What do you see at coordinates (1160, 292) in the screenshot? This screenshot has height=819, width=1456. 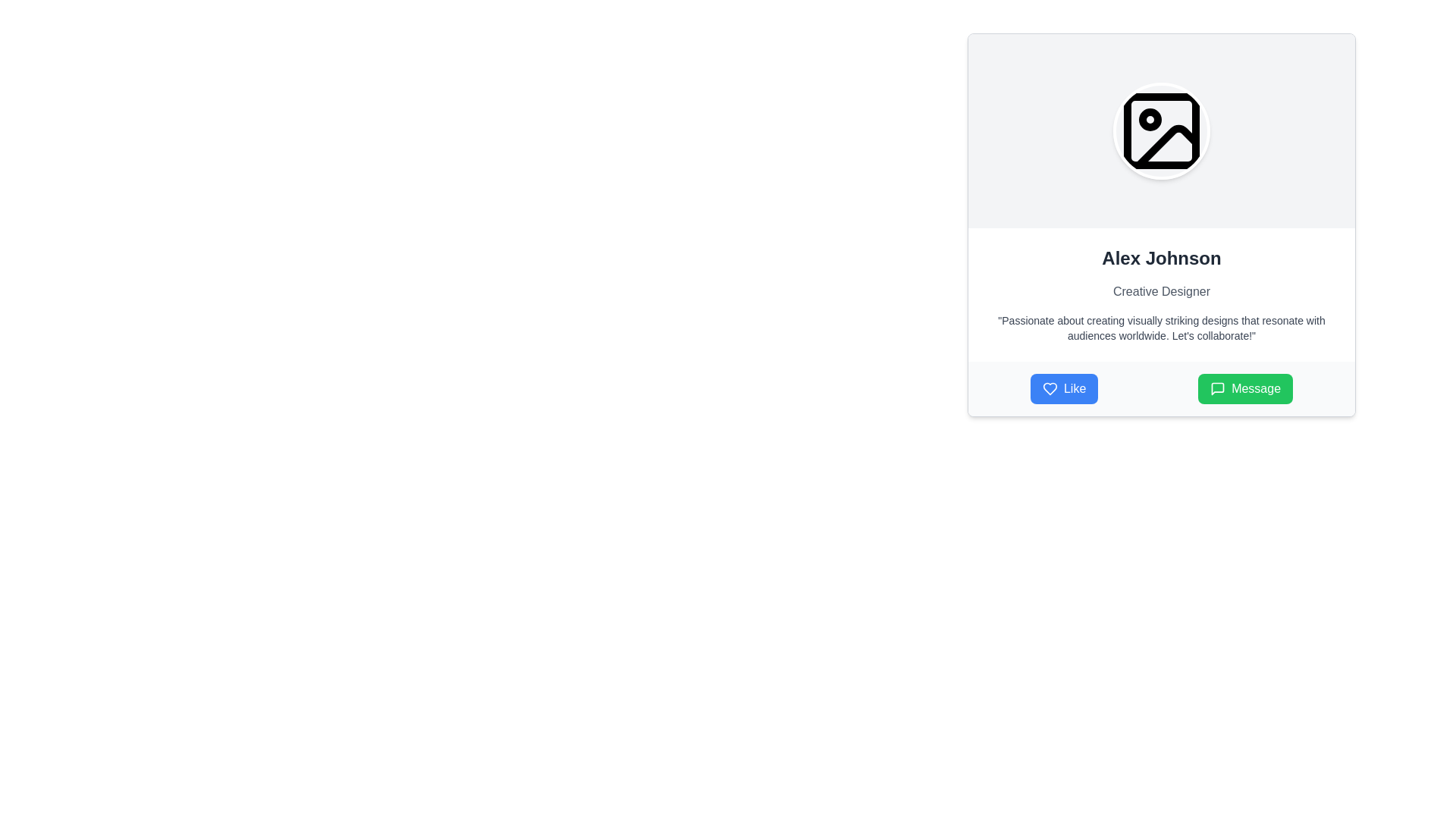 I see `the static text element that identifies the individual as 'Creative Designer', which is positioned below 'Alex Johnson' in the profile card` at bounding box center [1160, 292].